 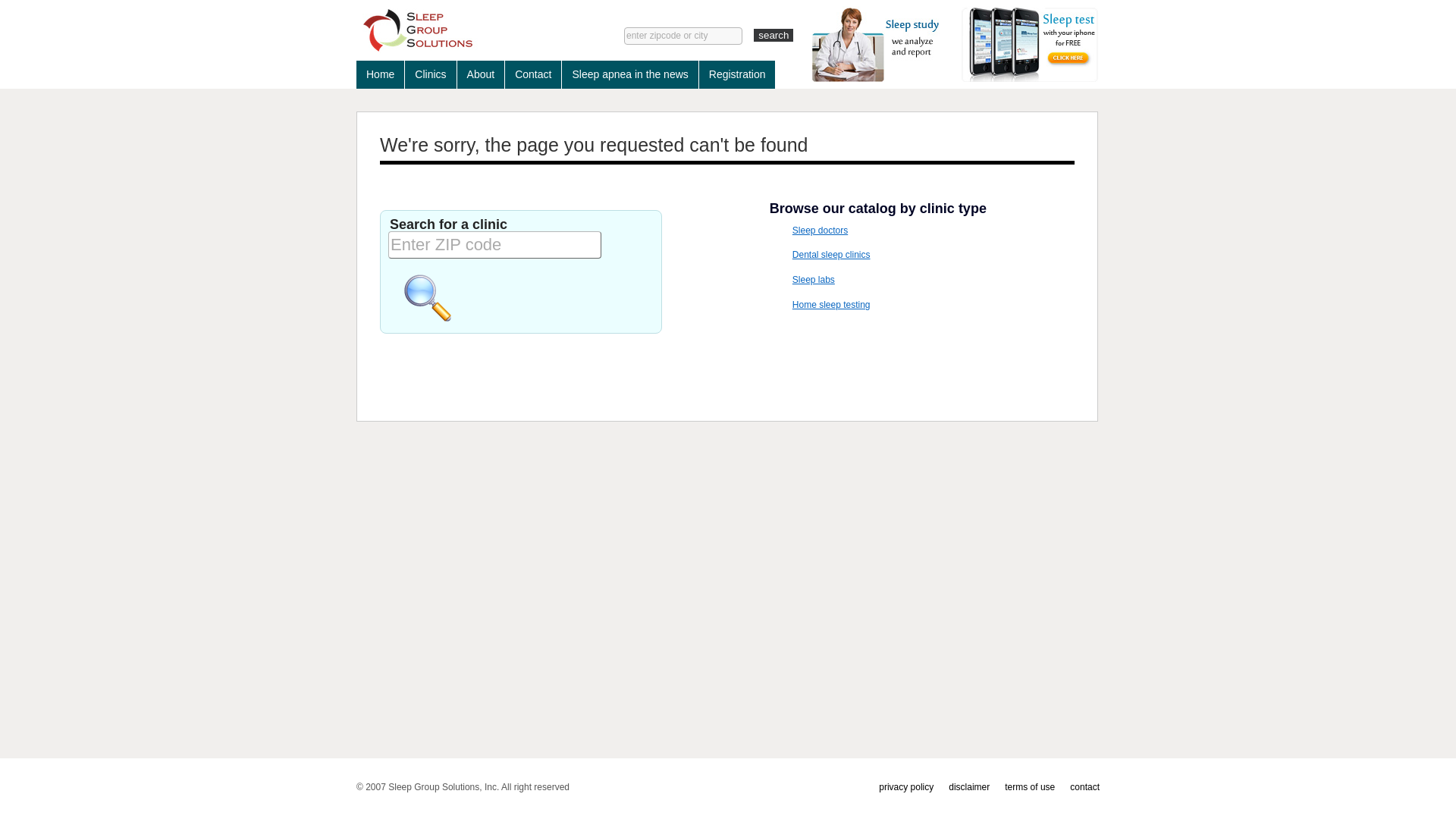 I want to click on 'terms of use', so click(x=1030, y=786).